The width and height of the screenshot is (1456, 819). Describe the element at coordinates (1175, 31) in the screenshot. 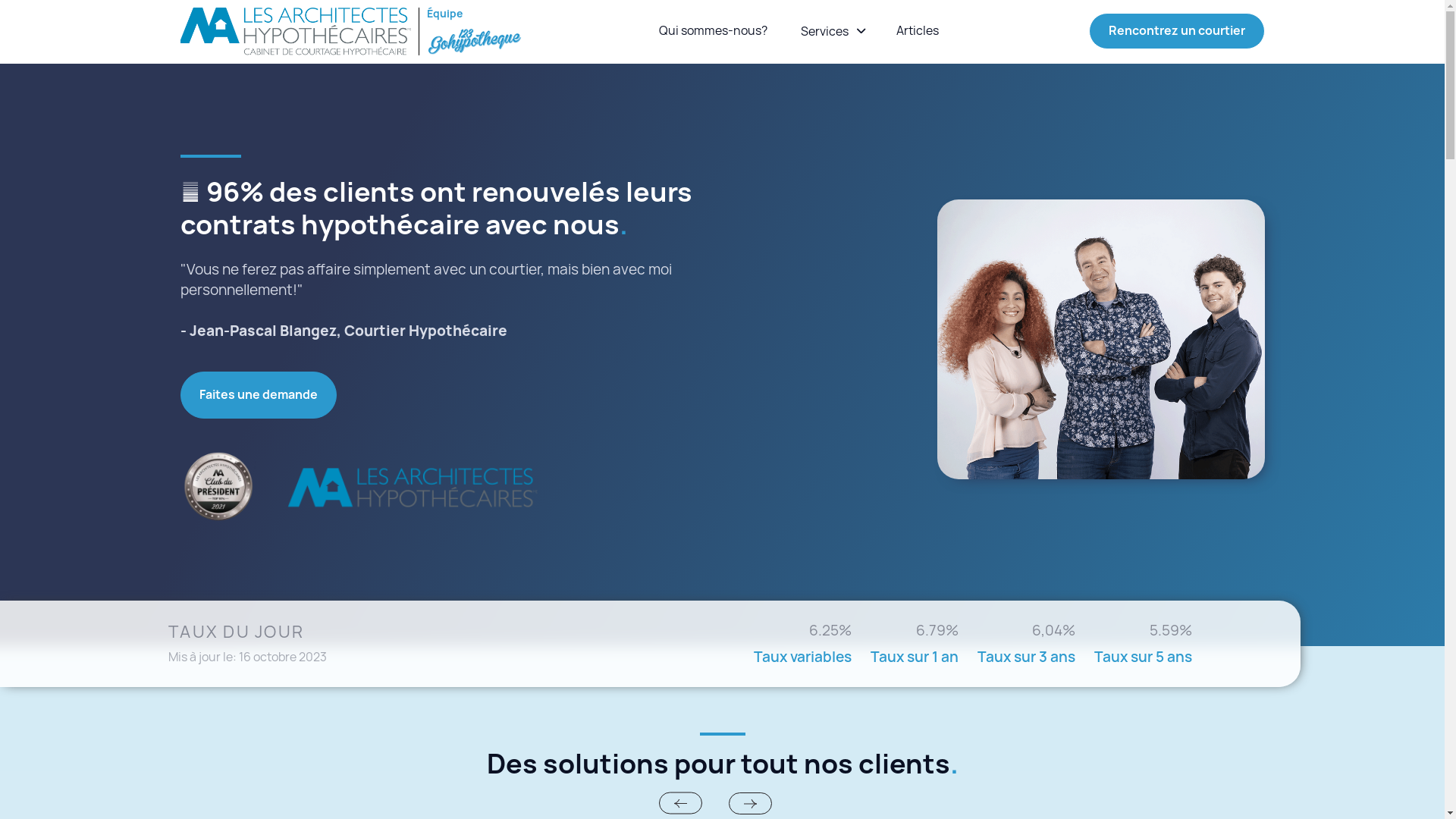

I see `'Rencontrez un courtier'` at that location.